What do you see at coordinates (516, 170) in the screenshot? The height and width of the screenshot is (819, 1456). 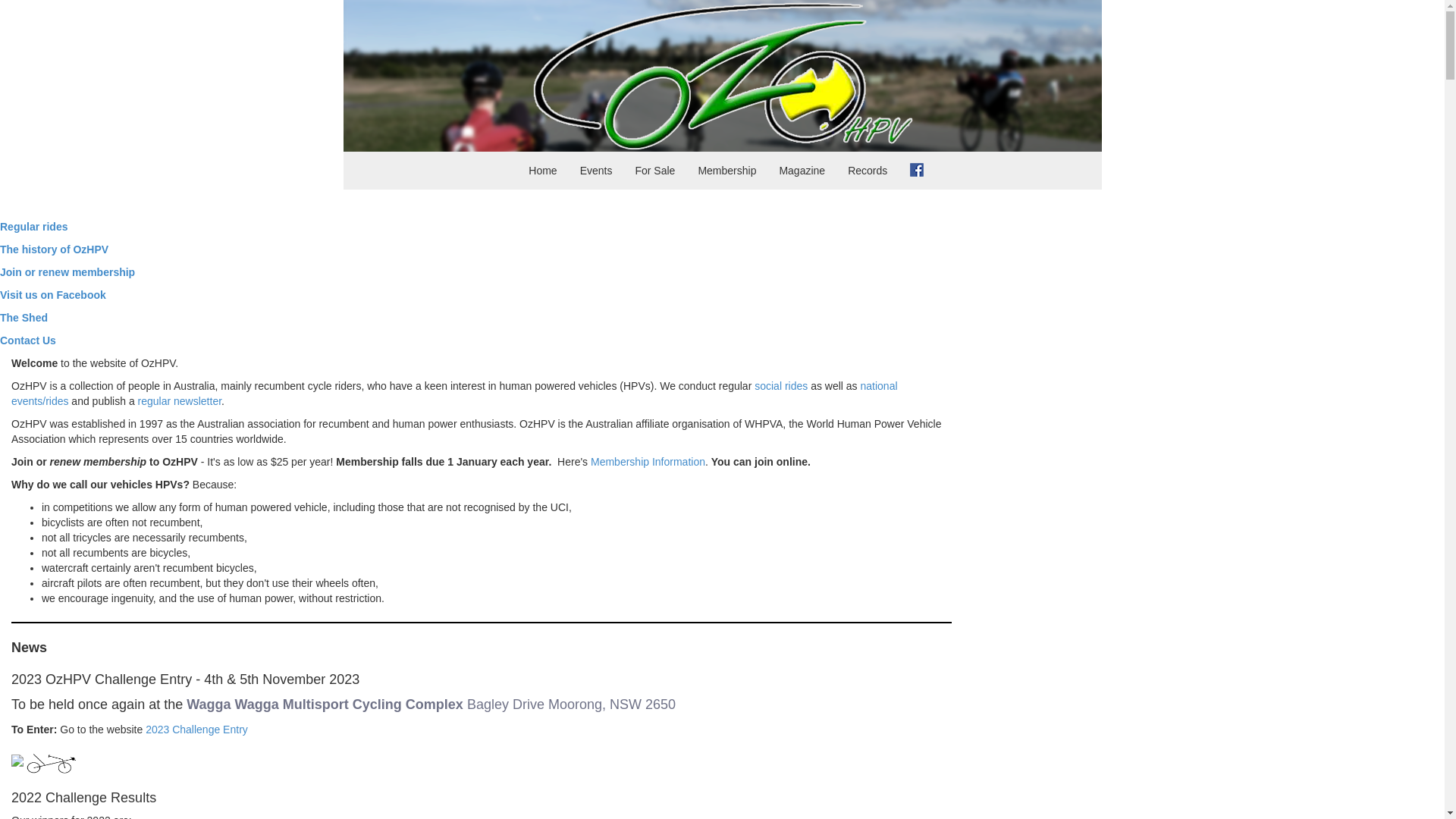 I see `'Home'` at bounding box center [516, 170].